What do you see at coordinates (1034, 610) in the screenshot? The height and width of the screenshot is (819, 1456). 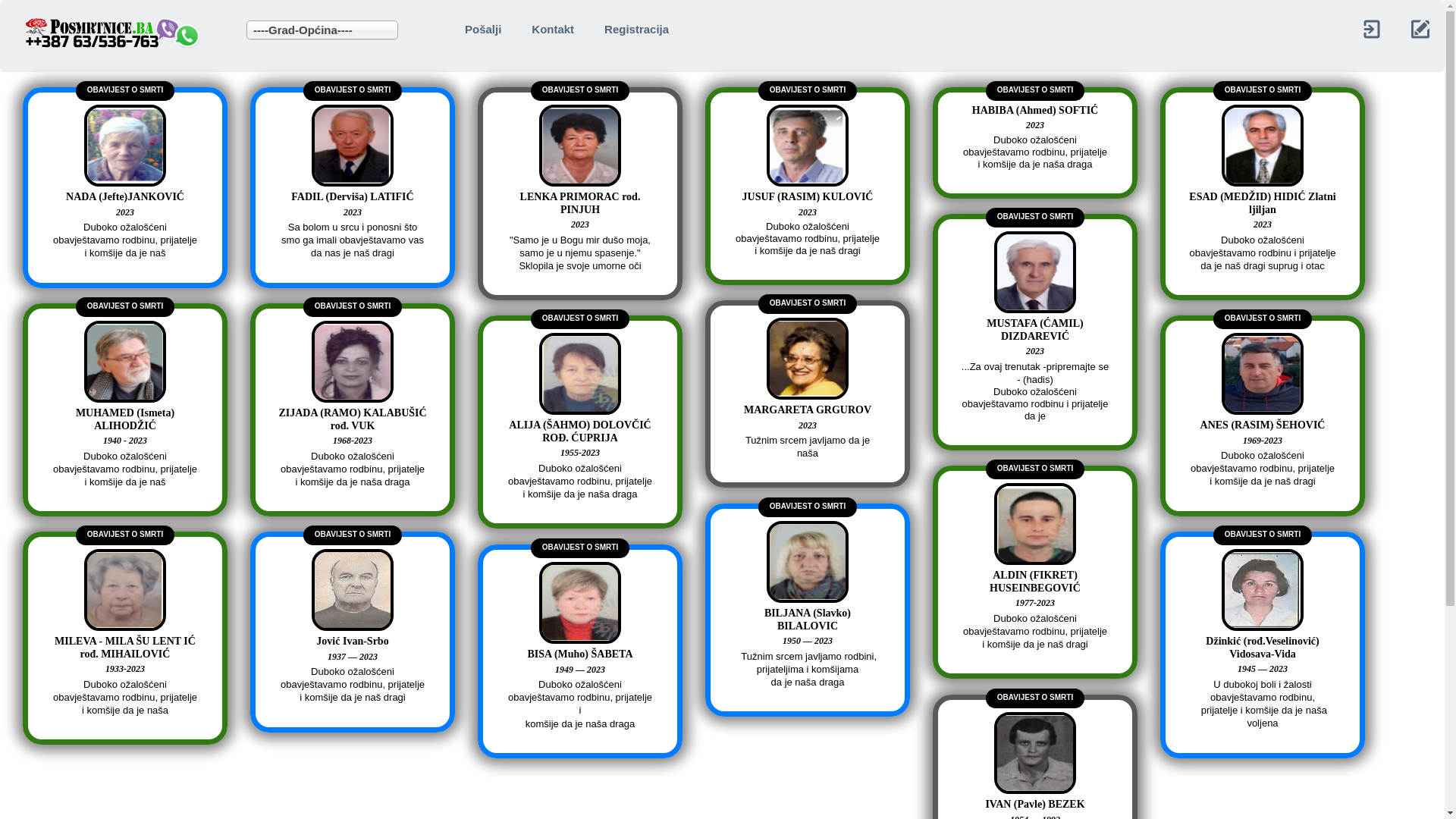 I see `'1977-2023'` at bounding box center [1034, 610].